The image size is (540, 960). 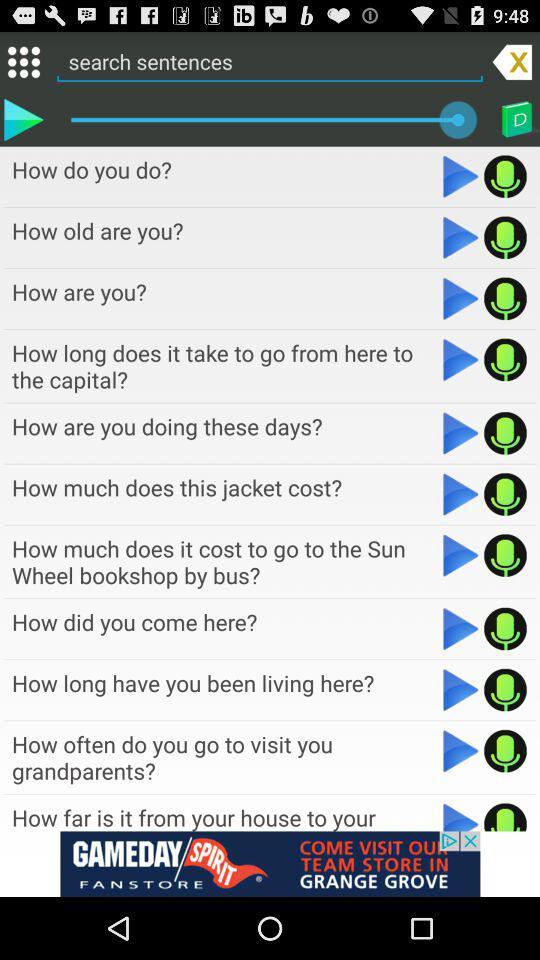 I want to click on sentence, so click(x=461, y=175).